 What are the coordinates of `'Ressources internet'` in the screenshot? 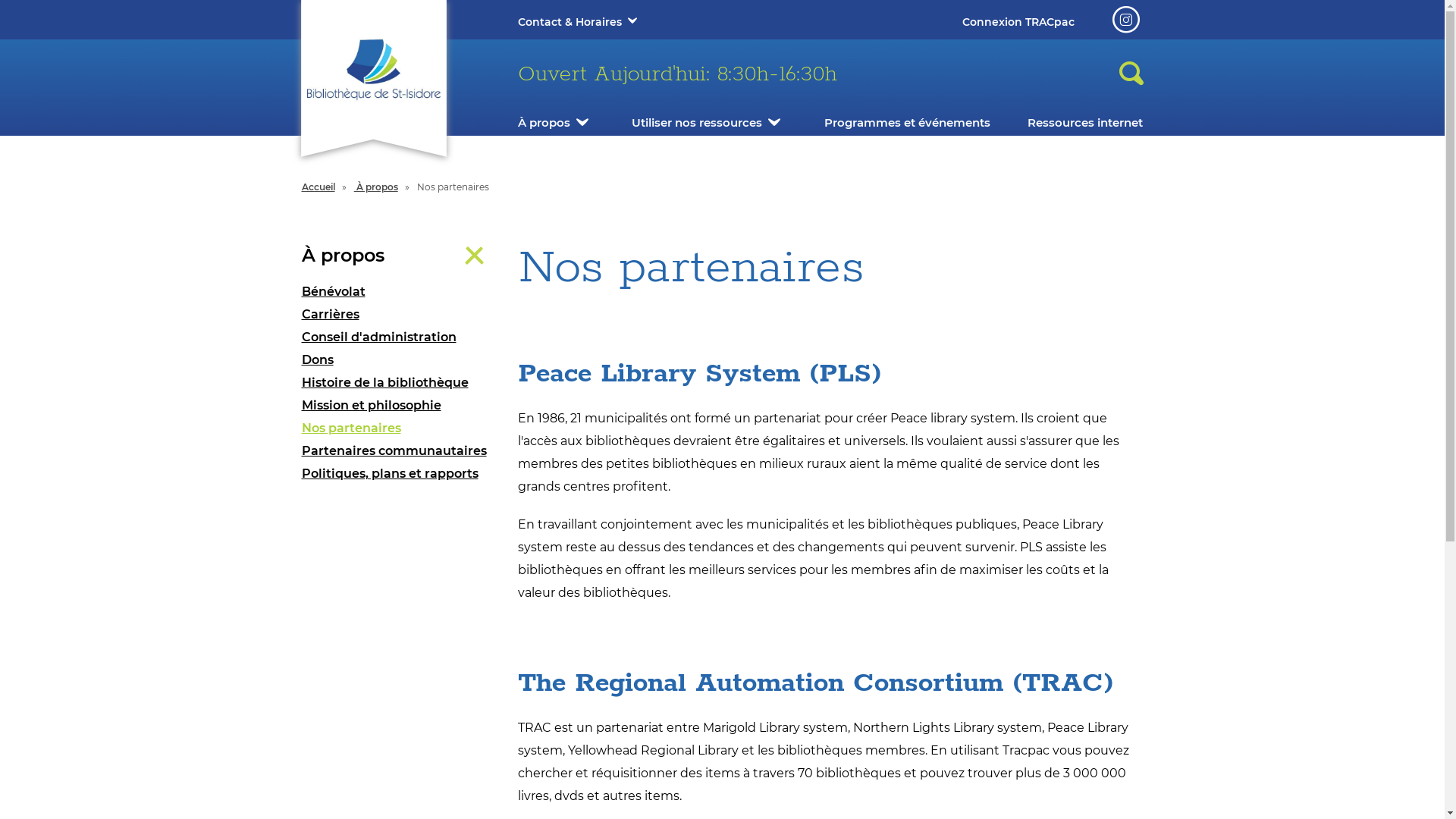 It's located at (1027, 121).